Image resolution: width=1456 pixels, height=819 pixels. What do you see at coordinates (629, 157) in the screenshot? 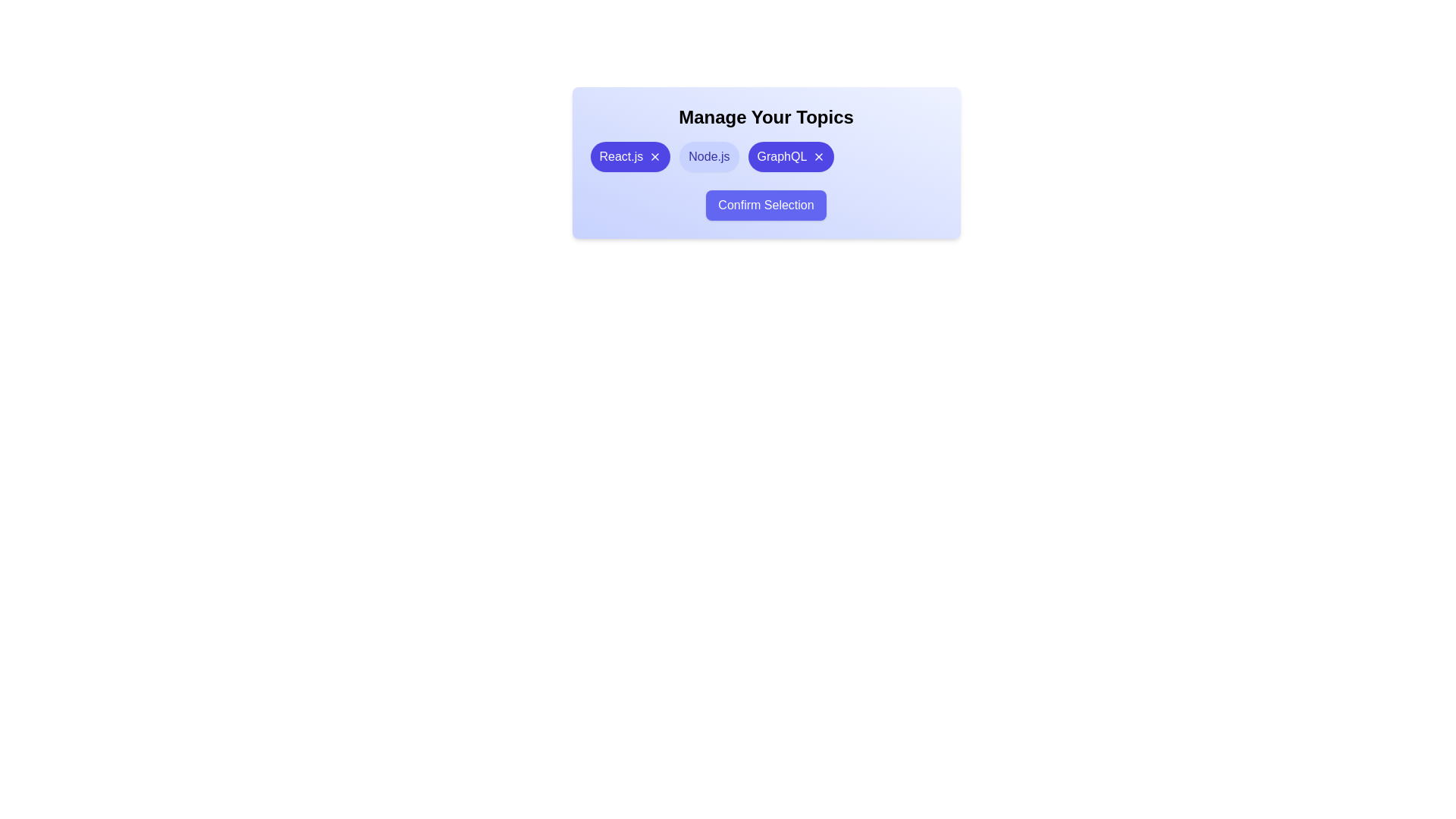
I see `the chip labeled React.js` at bounding box center [629, 157].